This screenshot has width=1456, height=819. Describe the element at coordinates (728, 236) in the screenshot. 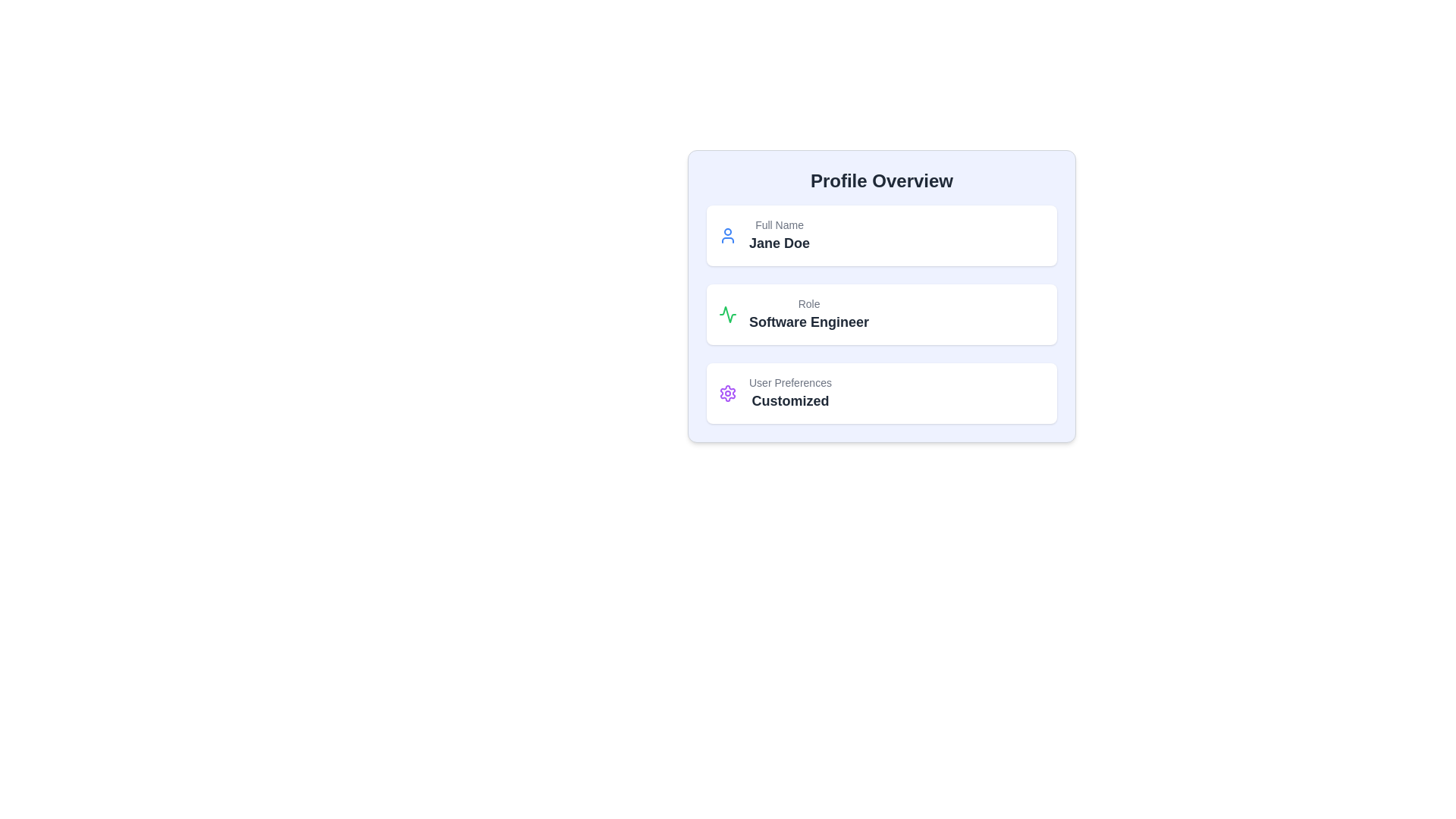

I see `the user icon, which is a graphical representation of a user with a blue color scheme, located to the left of the text 'Full Name' and 'Jane Doe' in the 'Profile Overview' interface` at that location.